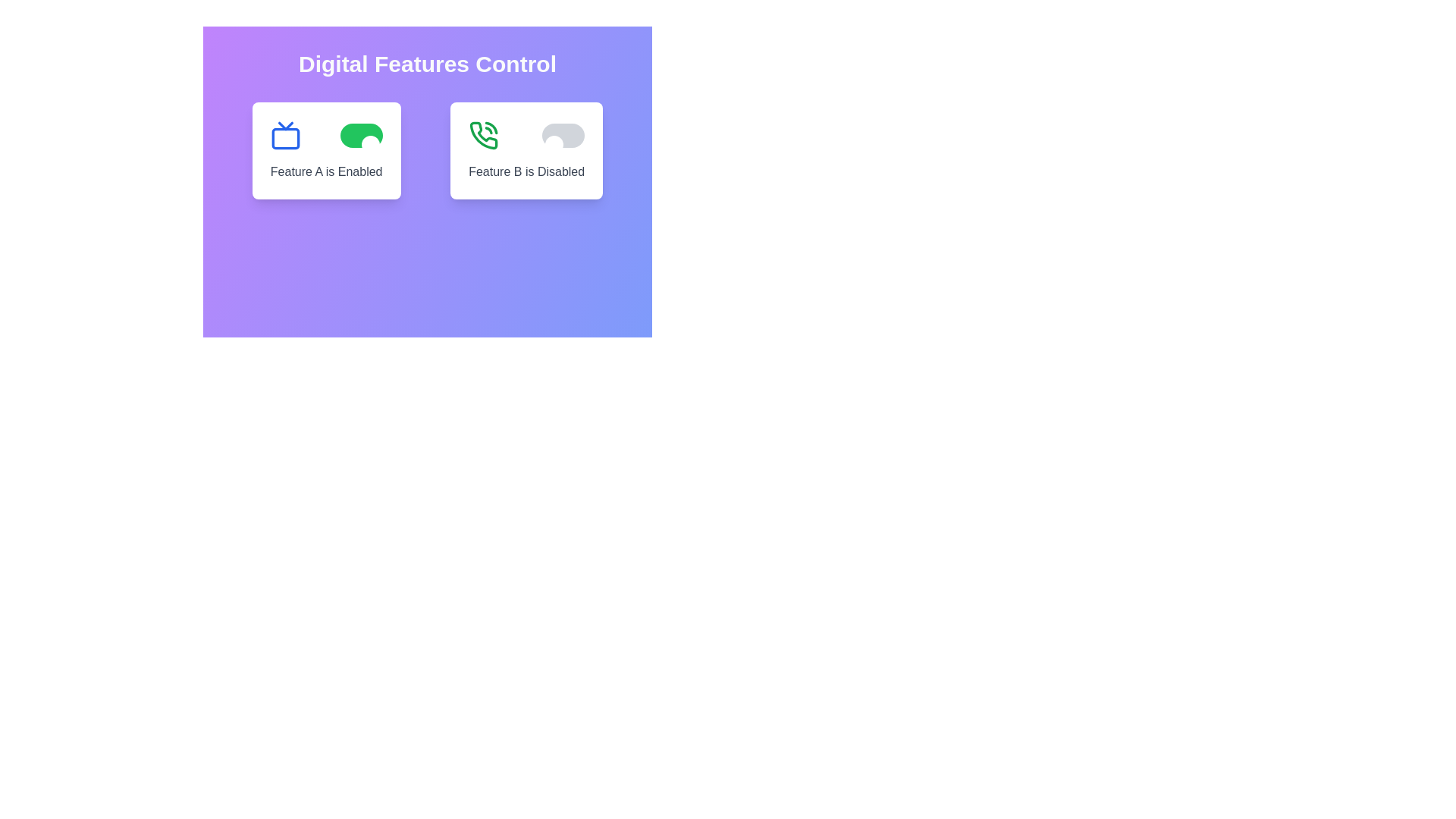 The width and height of the screenshot is (1456, 819). What do you see at coordinates (427, 63) in the screenshot?
I see `the interface context by clicking on the header text 'Digital Features Control', which is styled in bold, large white font and centered at the top of the interface` at bounding box center [427, 63].